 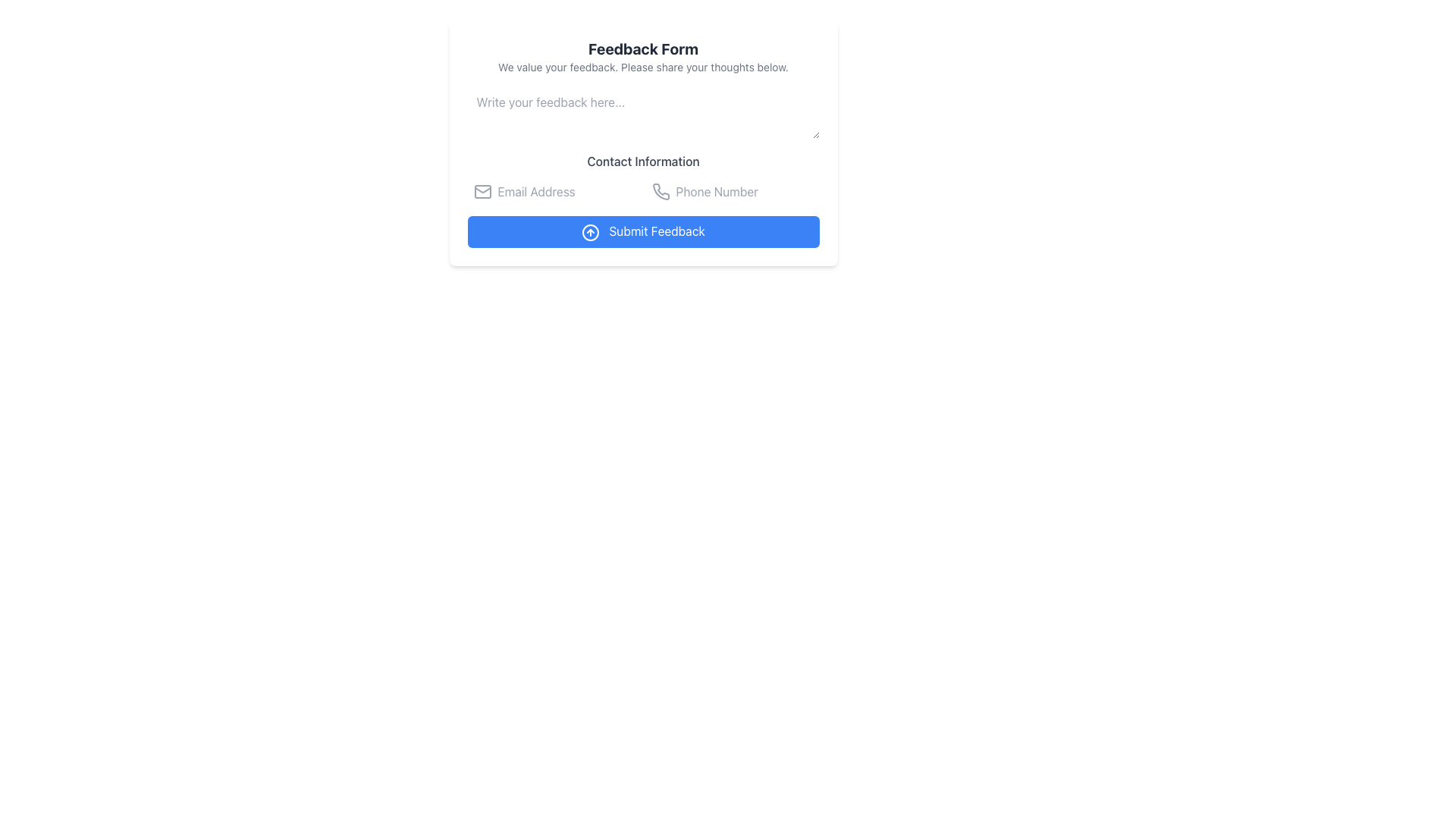 What do you see at coordinates (730, 191) in the screenshot?
I see `the Phone Number input field, which is a rectangular input field with a light border and rounded corners` at bounding box center [730, 191].